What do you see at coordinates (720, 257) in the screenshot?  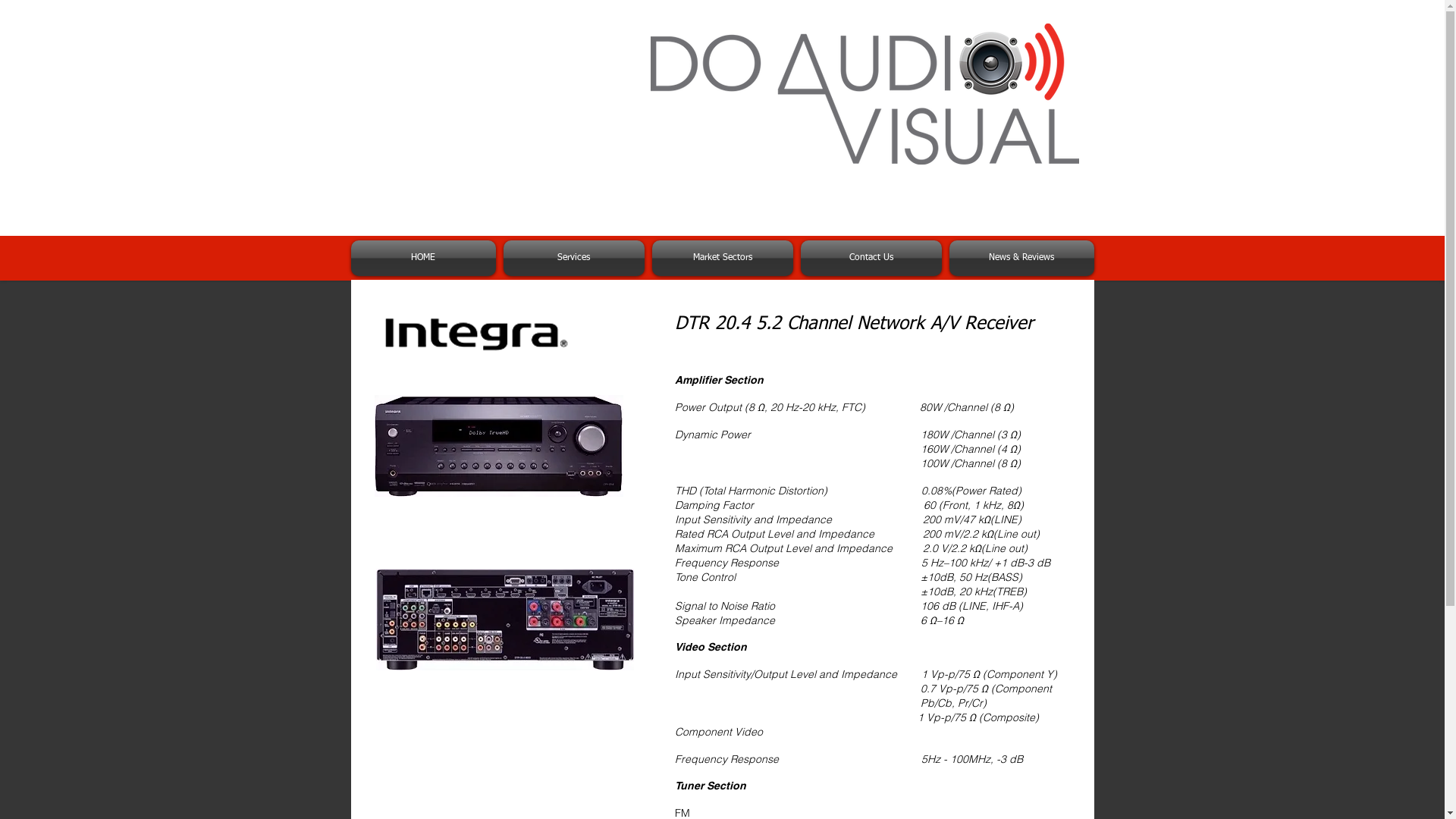 I see `'Market Sectors'` at bounding box center [720, 257].